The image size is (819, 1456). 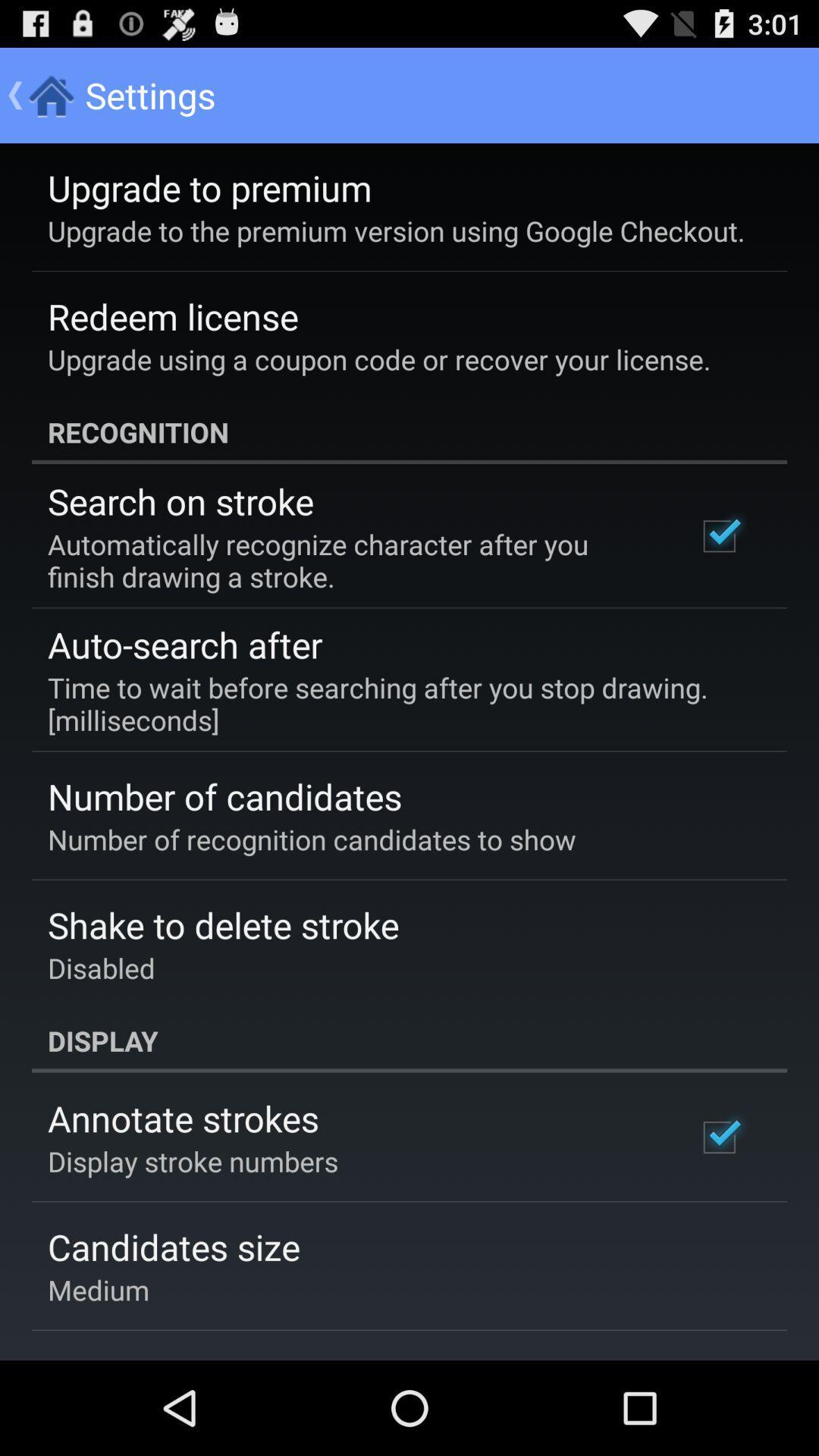 I want to click on app above the display stroke numbers, so click(x=182, y=1118).